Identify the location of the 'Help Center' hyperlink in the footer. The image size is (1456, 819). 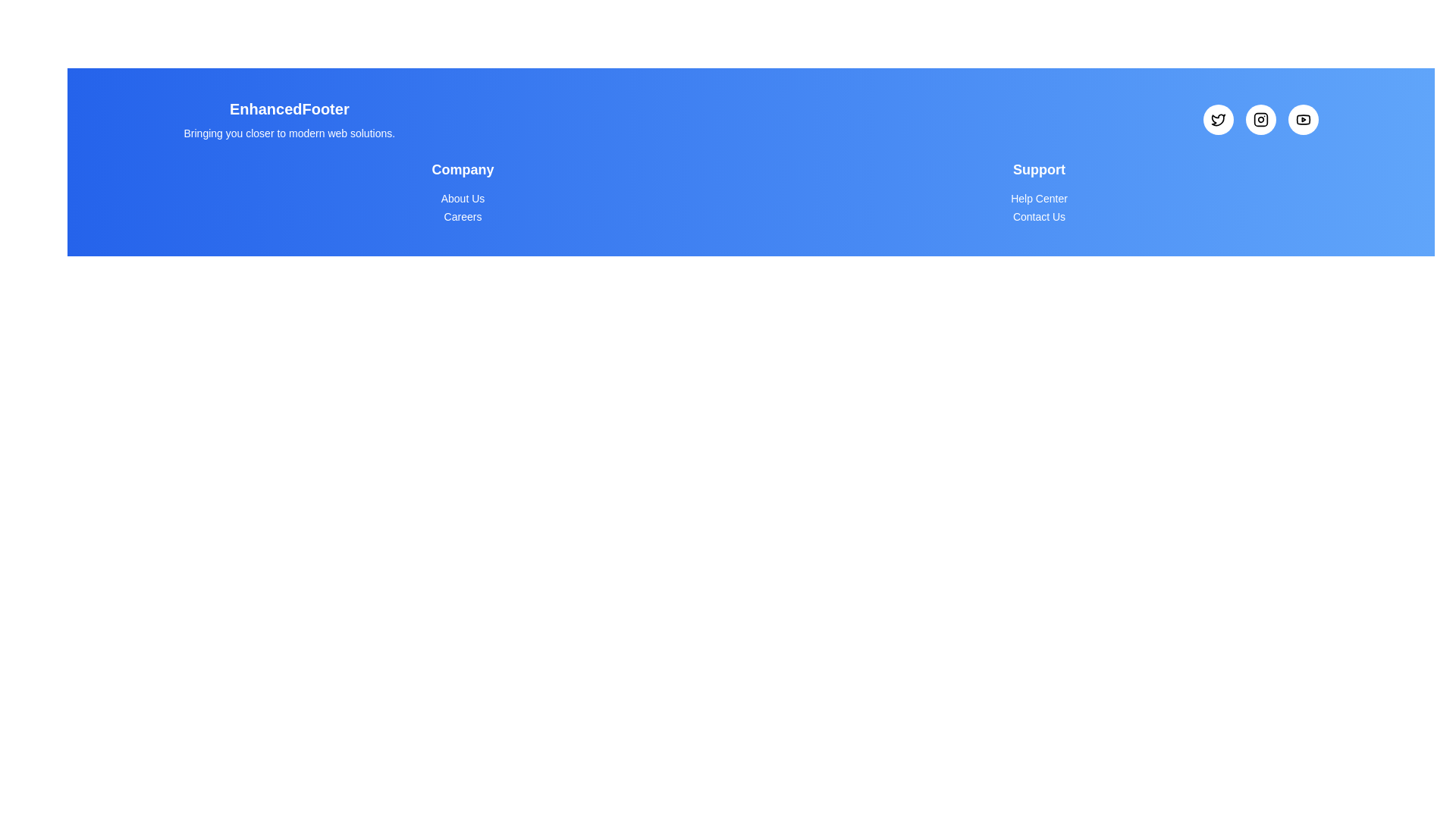
(1038, 198).